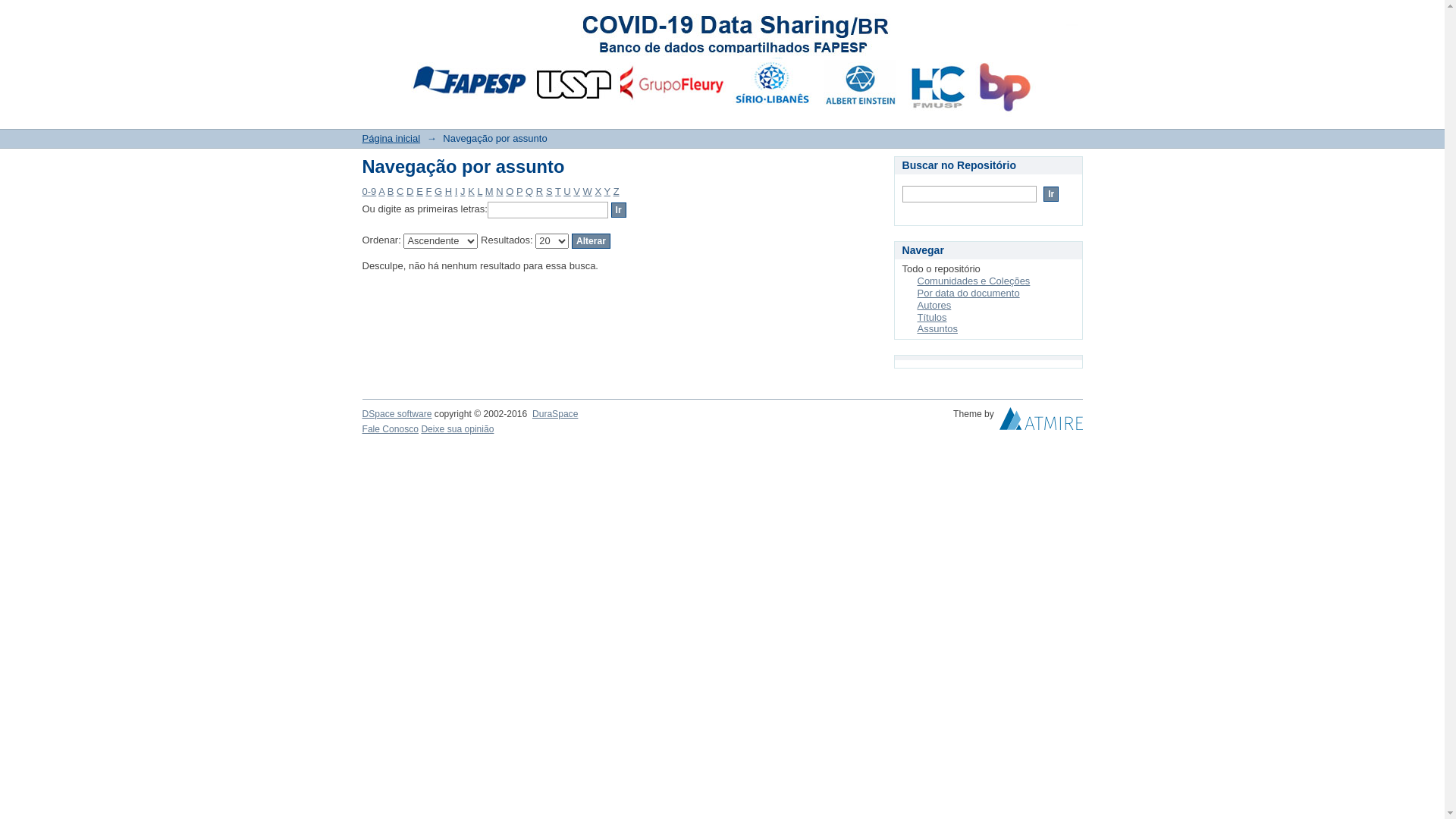 The image size is (1456, 819). Describe the element at coordinates (934, 305) in the screenshot. I see `'Autores'` at that location.